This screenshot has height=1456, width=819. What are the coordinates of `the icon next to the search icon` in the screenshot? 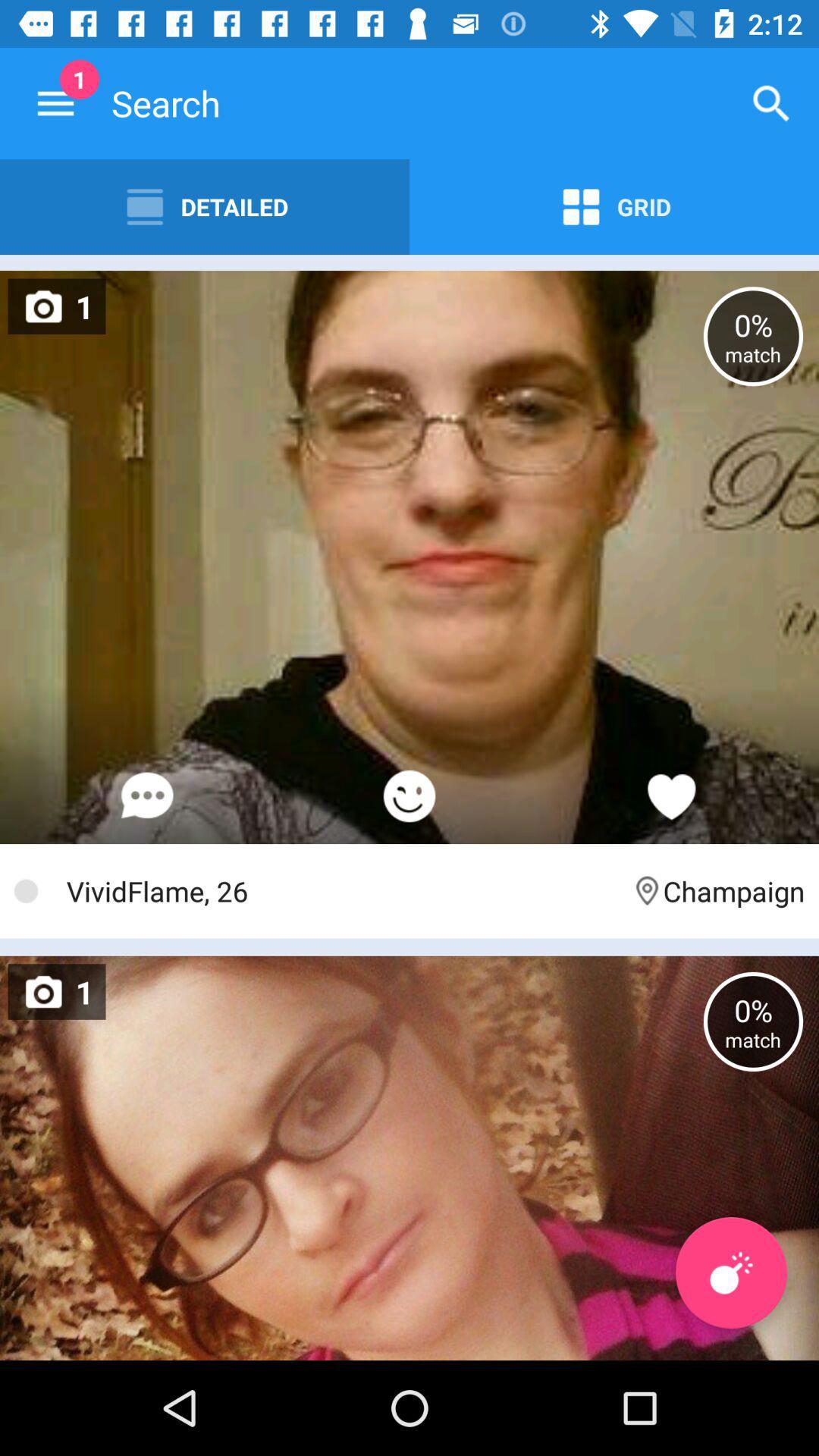 It's located at (771, 102).